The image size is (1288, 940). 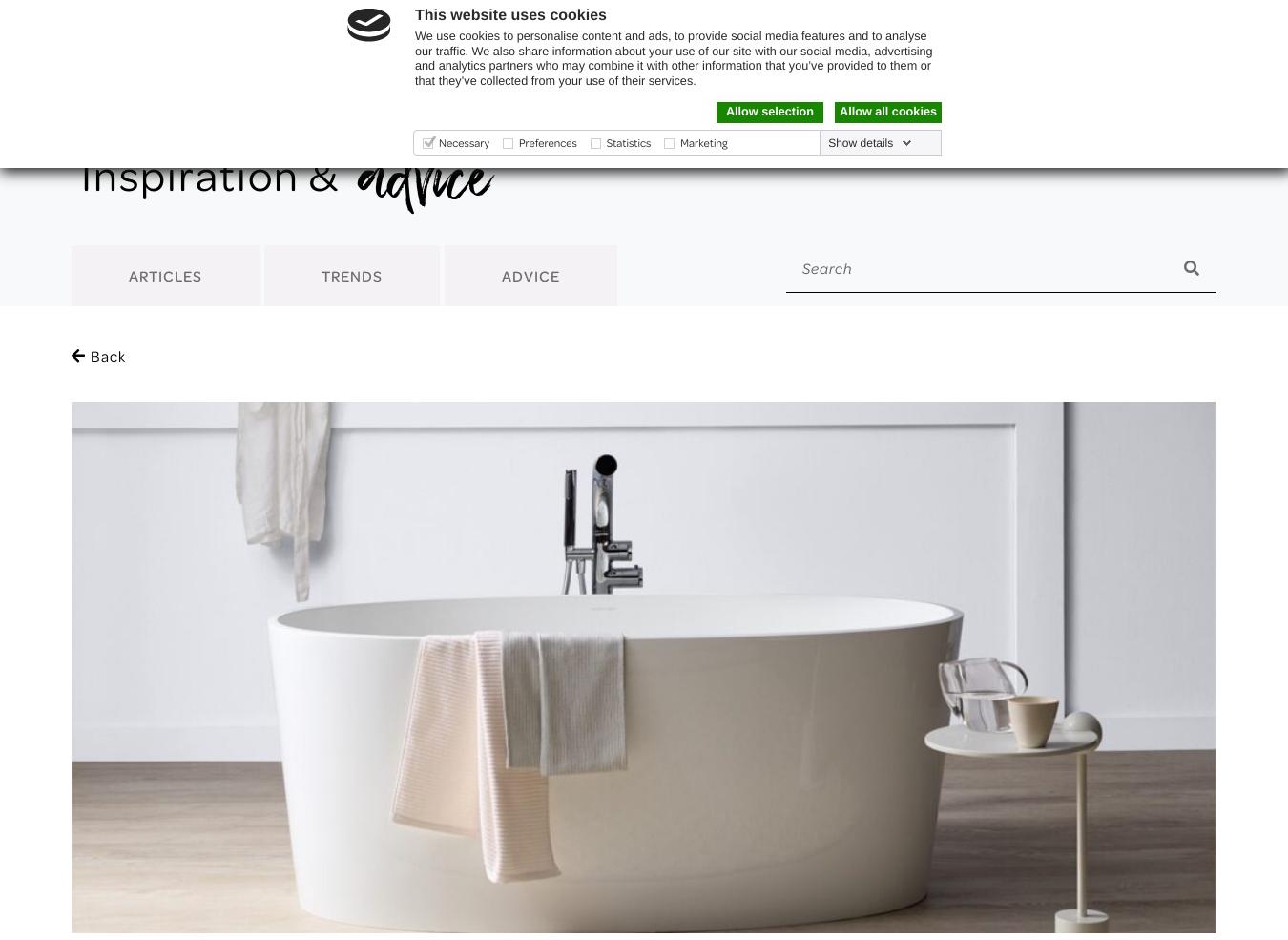 I want to click on 'This website uses cookies', so click(x=509, y=14).